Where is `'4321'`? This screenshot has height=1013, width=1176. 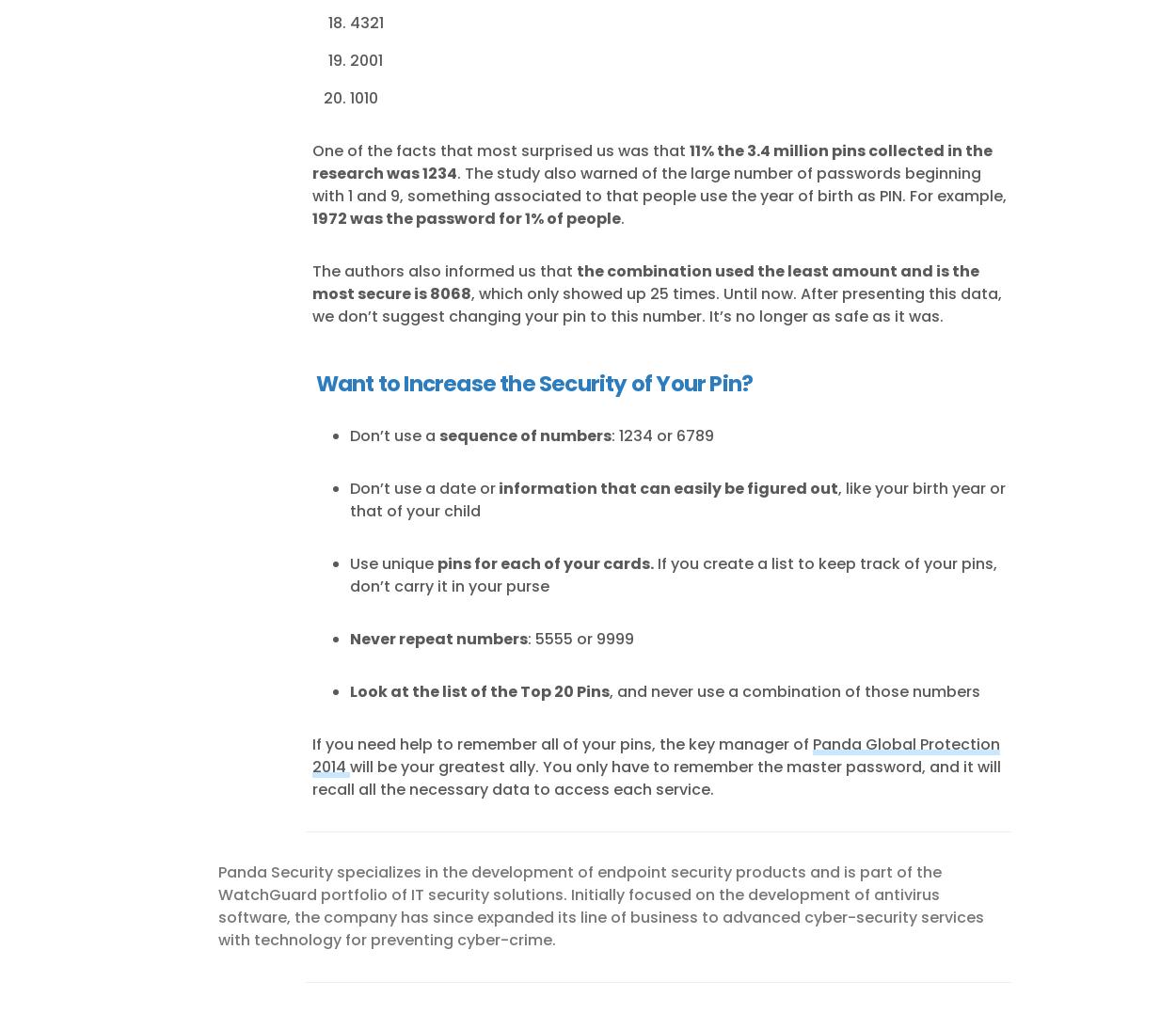
'4321' is located at coordinates (365, 21).